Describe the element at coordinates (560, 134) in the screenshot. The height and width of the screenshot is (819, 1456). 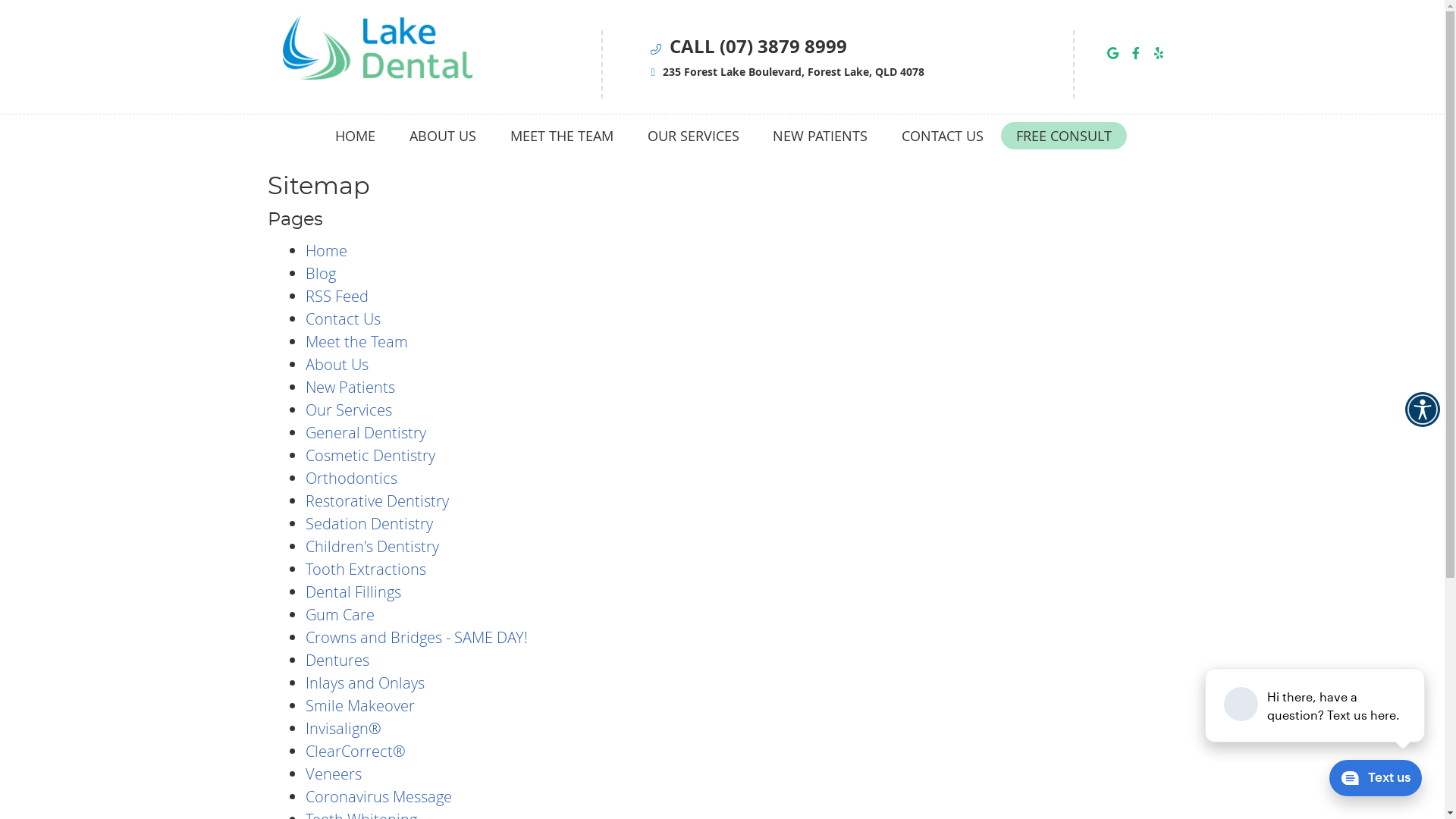
I see `'MEET THE TEAM'` at that location.